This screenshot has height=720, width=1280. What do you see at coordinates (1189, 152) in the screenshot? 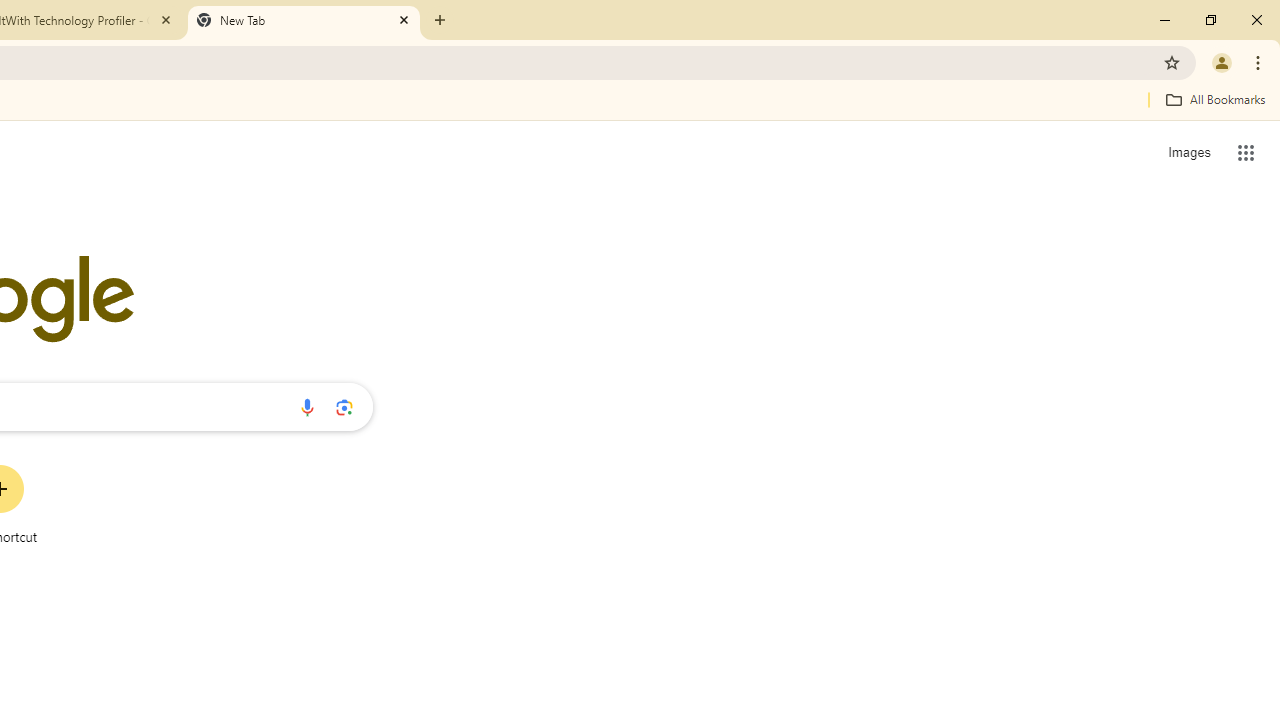
I see `'Search for Images '` at bounding box center [1189, 152].